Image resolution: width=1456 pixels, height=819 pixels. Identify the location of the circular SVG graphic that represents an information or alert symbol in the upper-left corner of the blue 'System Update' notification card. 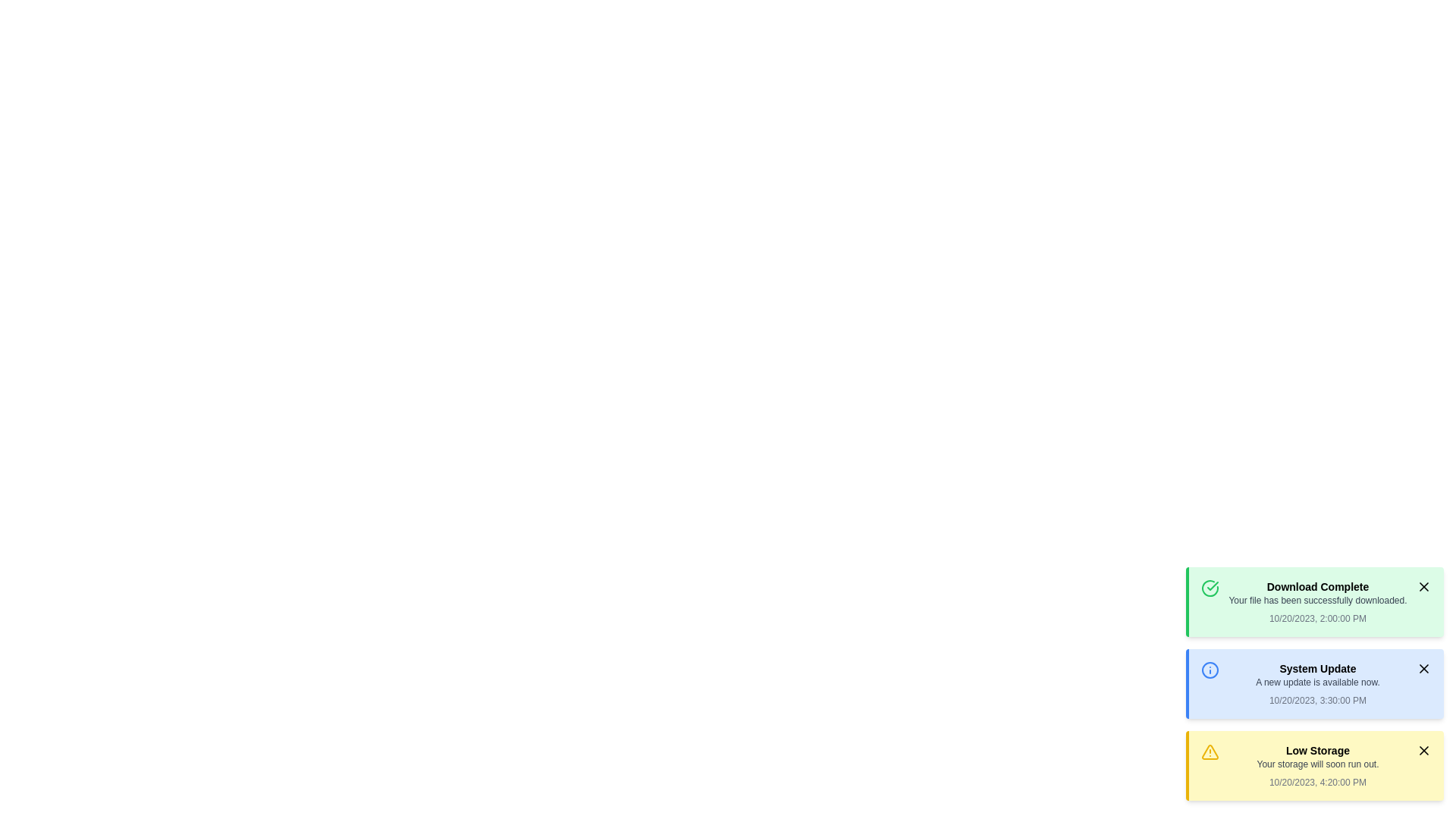
(1210, 669).